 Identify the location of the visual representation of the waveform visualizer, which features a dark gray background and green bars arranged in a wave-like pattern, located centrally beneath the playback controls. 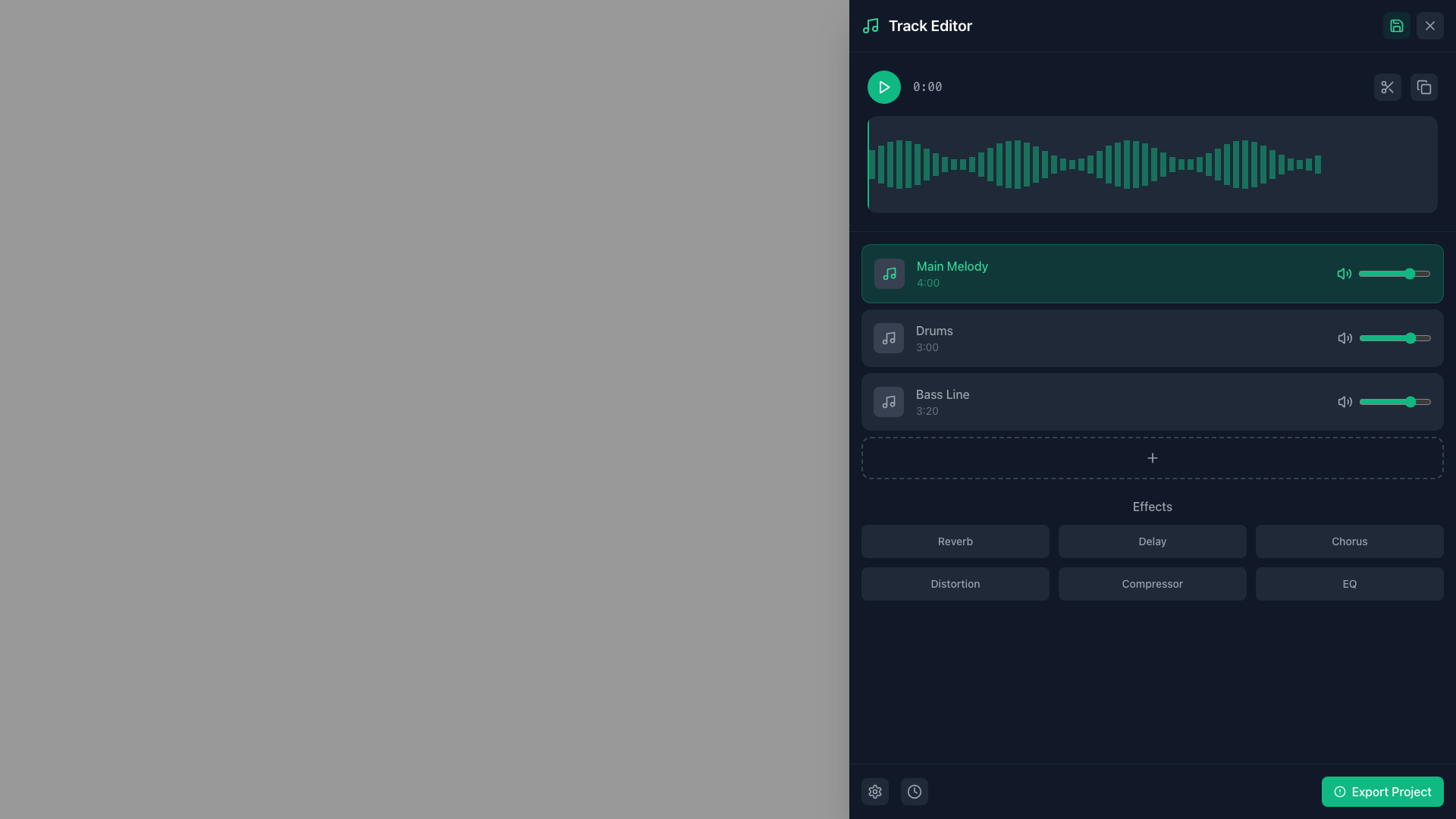
(1153, 164).